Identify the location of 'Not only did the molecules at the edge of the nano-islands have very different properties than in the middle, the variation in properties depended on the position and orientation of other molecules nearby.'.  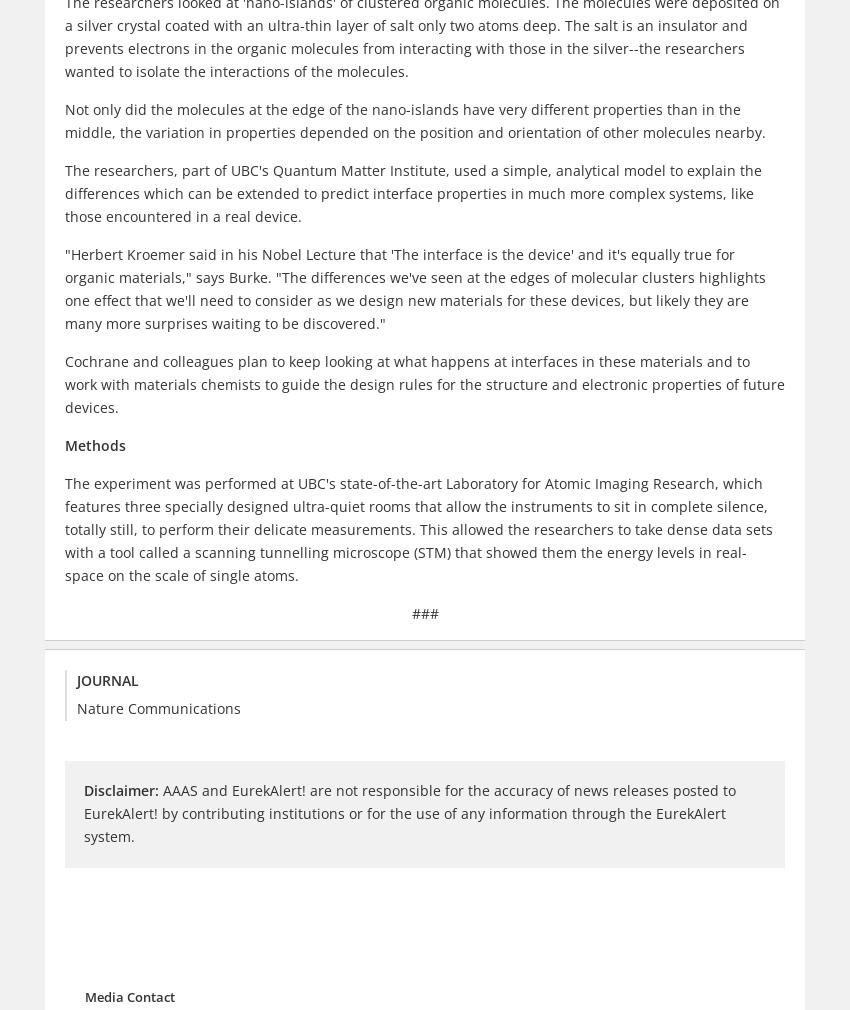
(415, 118).